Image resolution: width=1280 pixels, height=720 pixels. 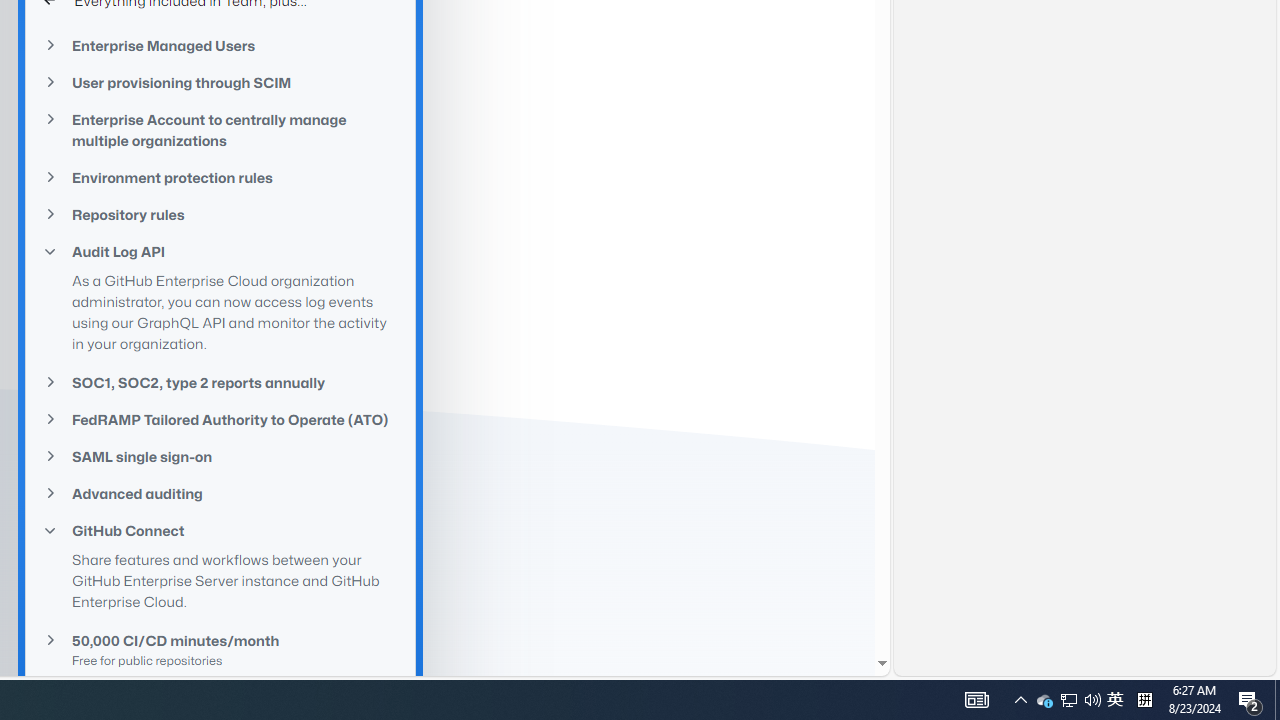 What do you see at coordinates (220, 530) in the screenshot?
I see `'GitHub Connect'` at bounding box center [220, 530].